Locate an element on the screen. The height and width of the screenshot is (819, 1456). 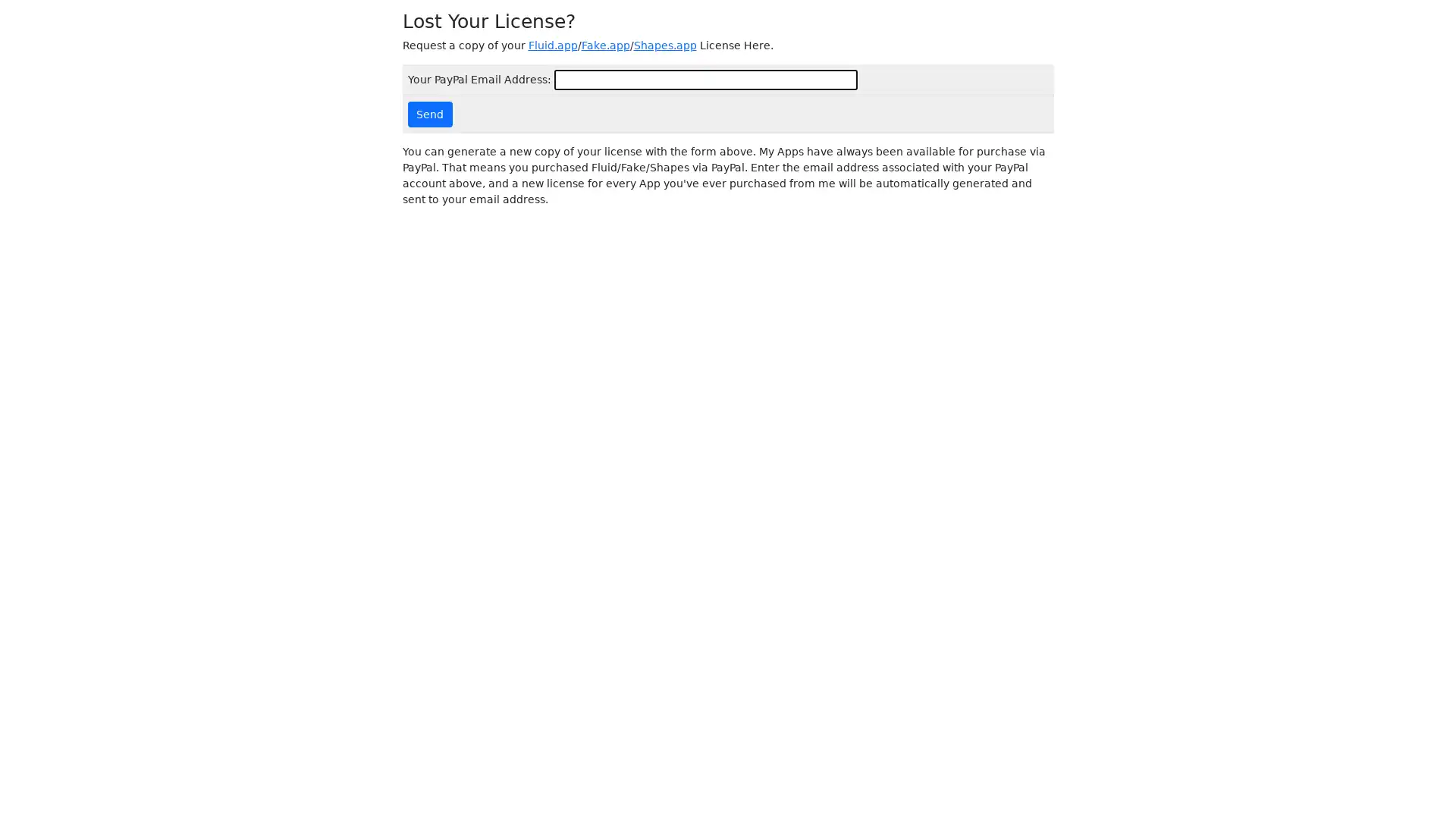
Send is located at coordinates (428, 113).